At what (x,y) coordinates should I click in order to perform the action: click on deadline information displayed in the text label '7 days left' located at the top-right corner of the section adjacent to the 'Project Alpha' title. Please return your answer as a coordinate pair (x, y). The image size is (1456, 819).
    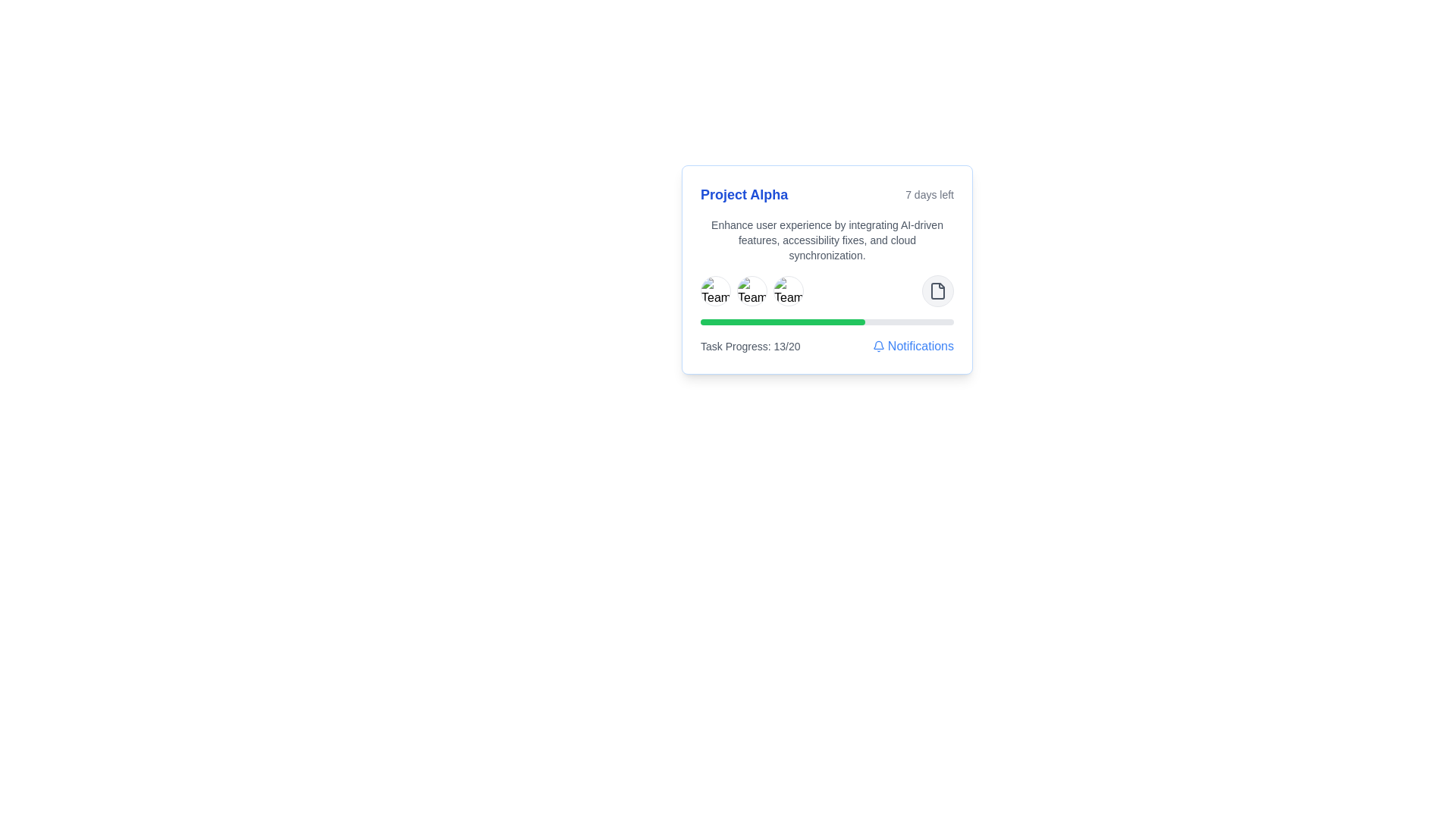
    Looking at the image, I should click on (929, 194).